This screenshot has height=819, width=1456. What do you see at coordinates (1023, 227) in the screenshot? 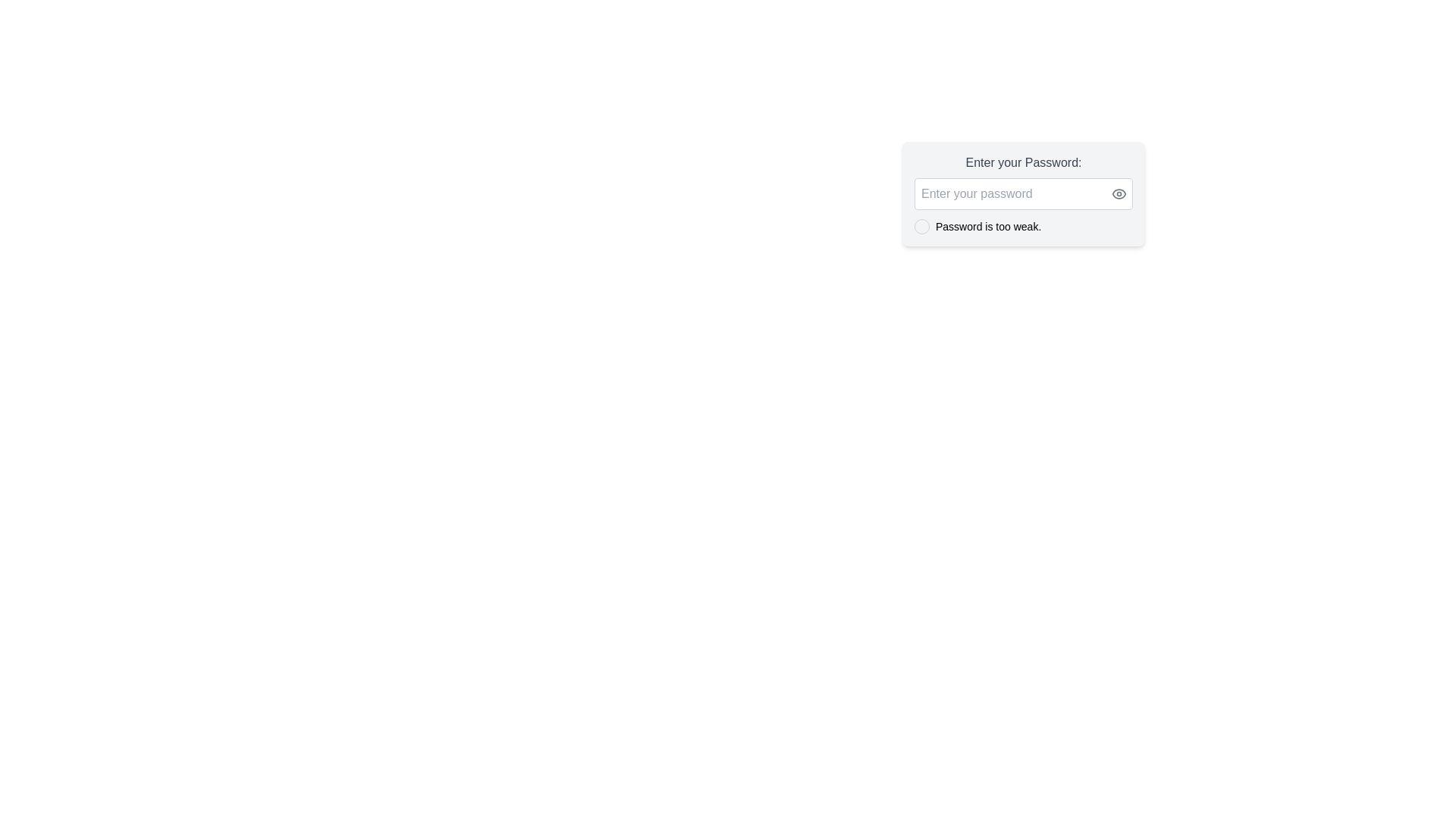
I see `feedback message displayed in the informational component indicating that the password is too weak, which is located below the 'Enter your Password:' label and input field` at bounding box center [1023, 227].